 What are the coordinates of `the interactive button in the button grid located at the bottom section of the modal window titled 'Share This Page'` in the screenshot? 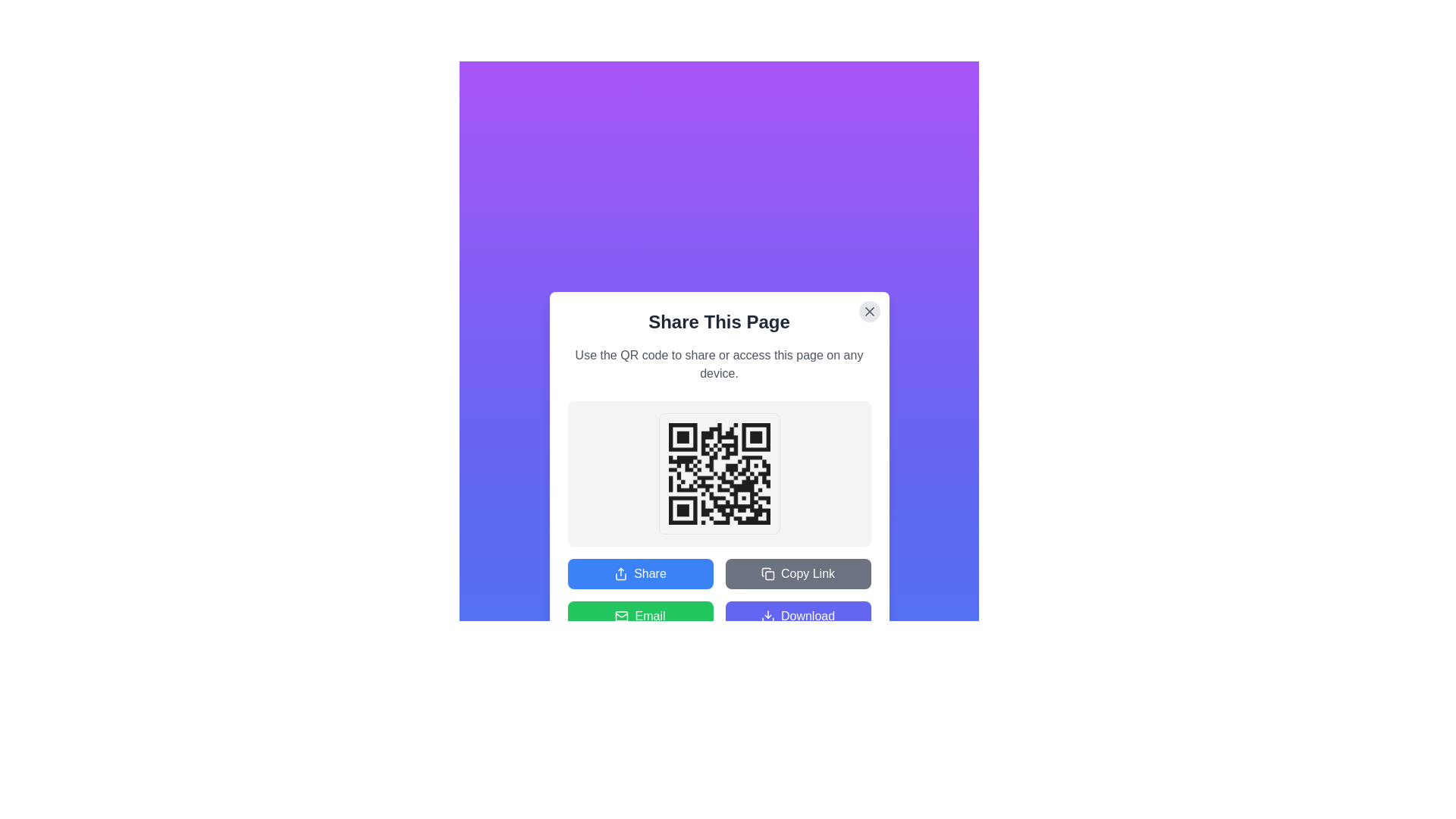 It's located at (718, 595).